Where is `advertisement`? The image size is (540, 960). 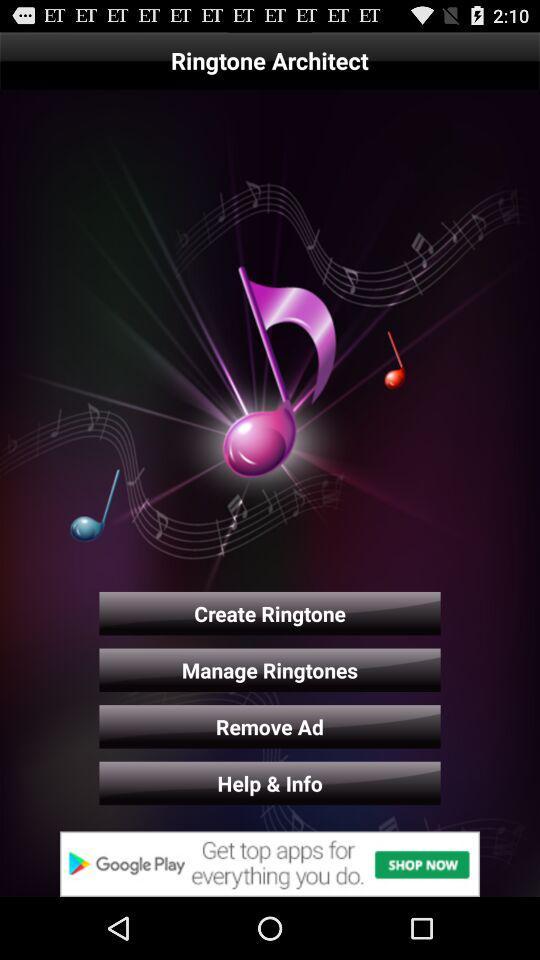 advertisement is located at coordinates (270, 863).